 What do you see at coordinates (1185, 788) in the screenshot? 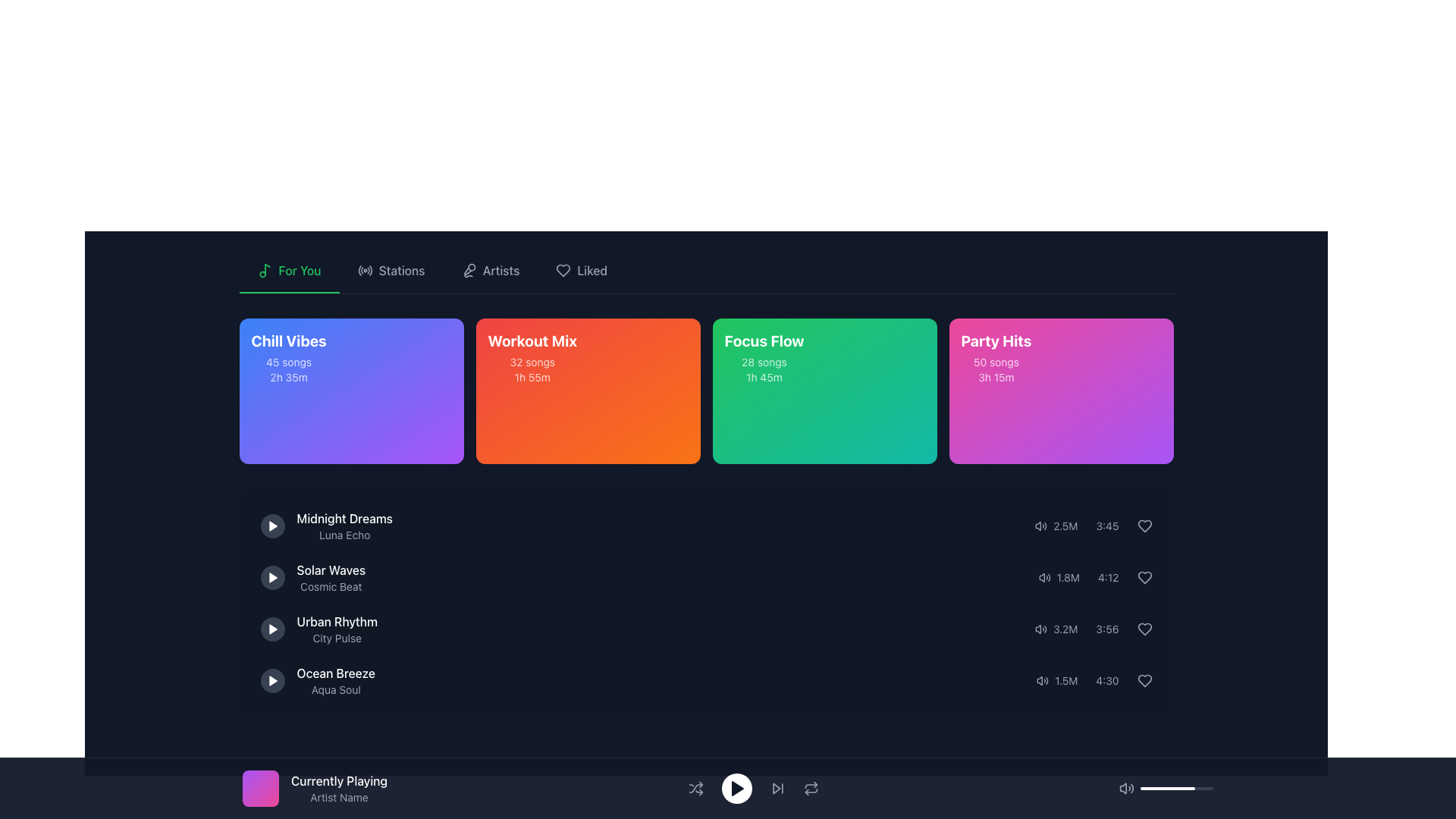
I see `the slider` at bounding box center [1185, 788].